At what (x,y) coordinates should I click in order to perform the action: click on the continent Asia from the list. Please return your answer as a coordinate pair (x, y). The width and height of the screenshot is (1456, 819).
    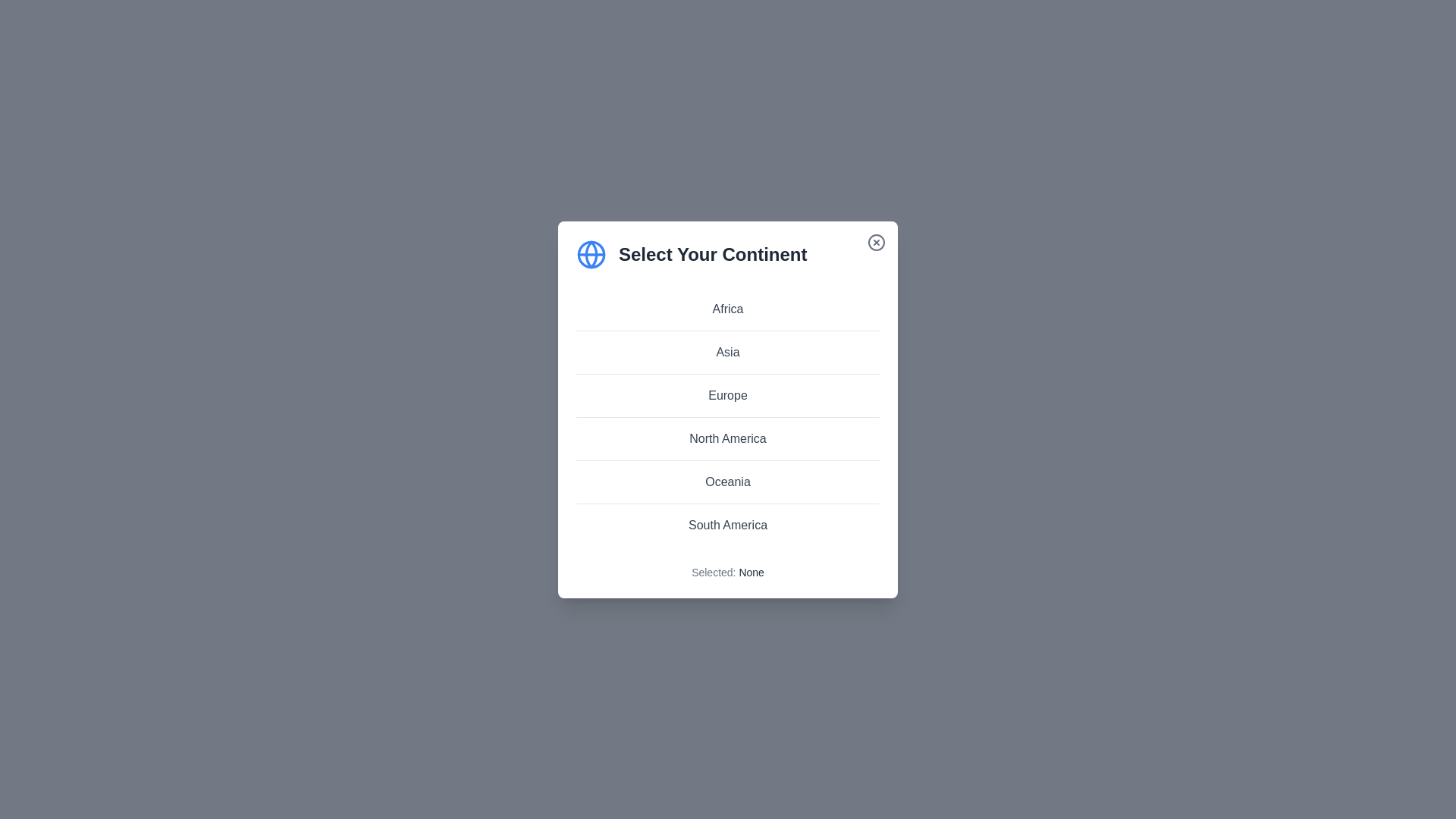
    Looking at the image, I should click on (728, 351).